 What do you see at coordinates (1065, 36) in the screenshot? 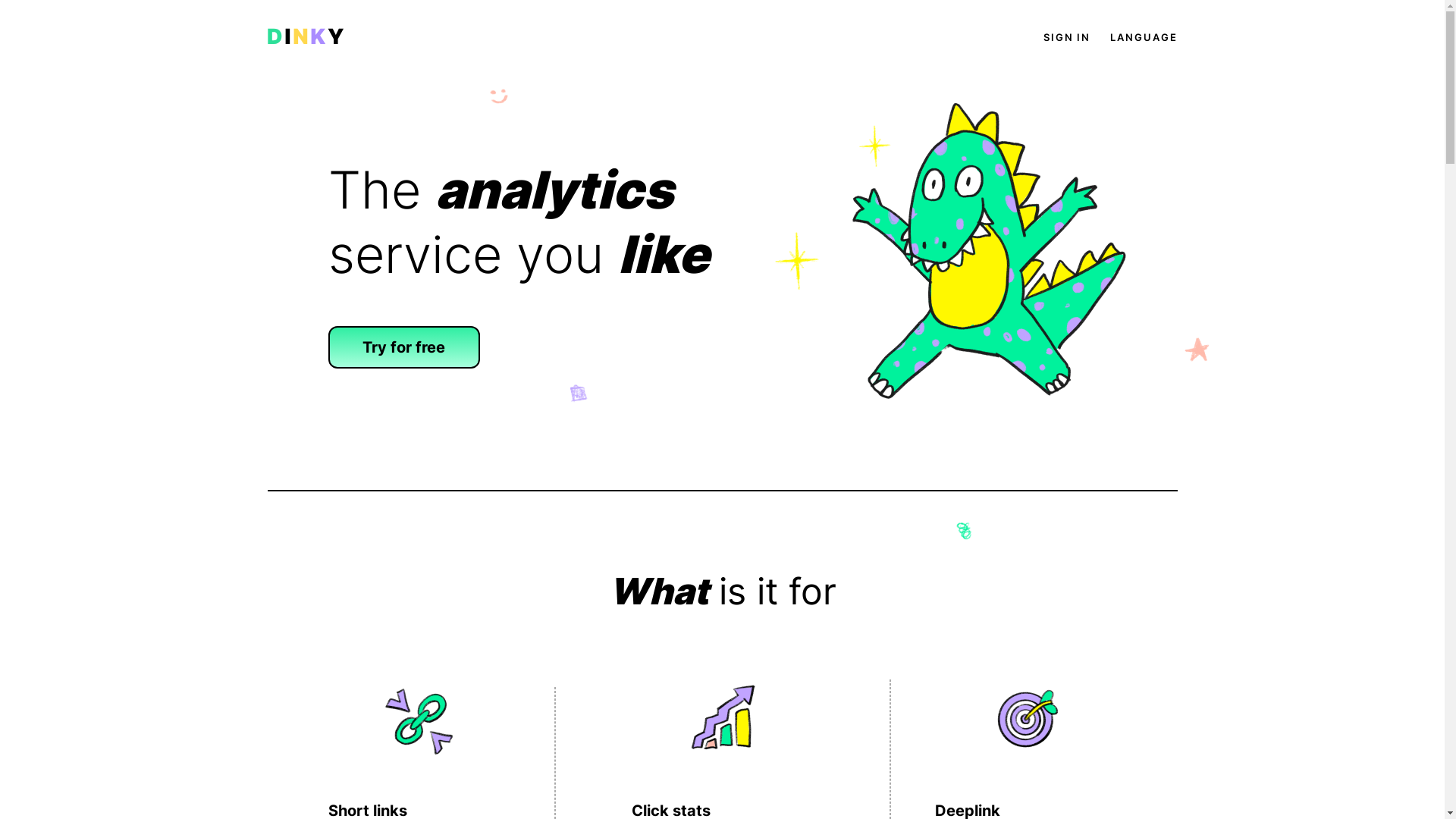
I see `'SIGN IN'` at bounding box center [1065, 36].